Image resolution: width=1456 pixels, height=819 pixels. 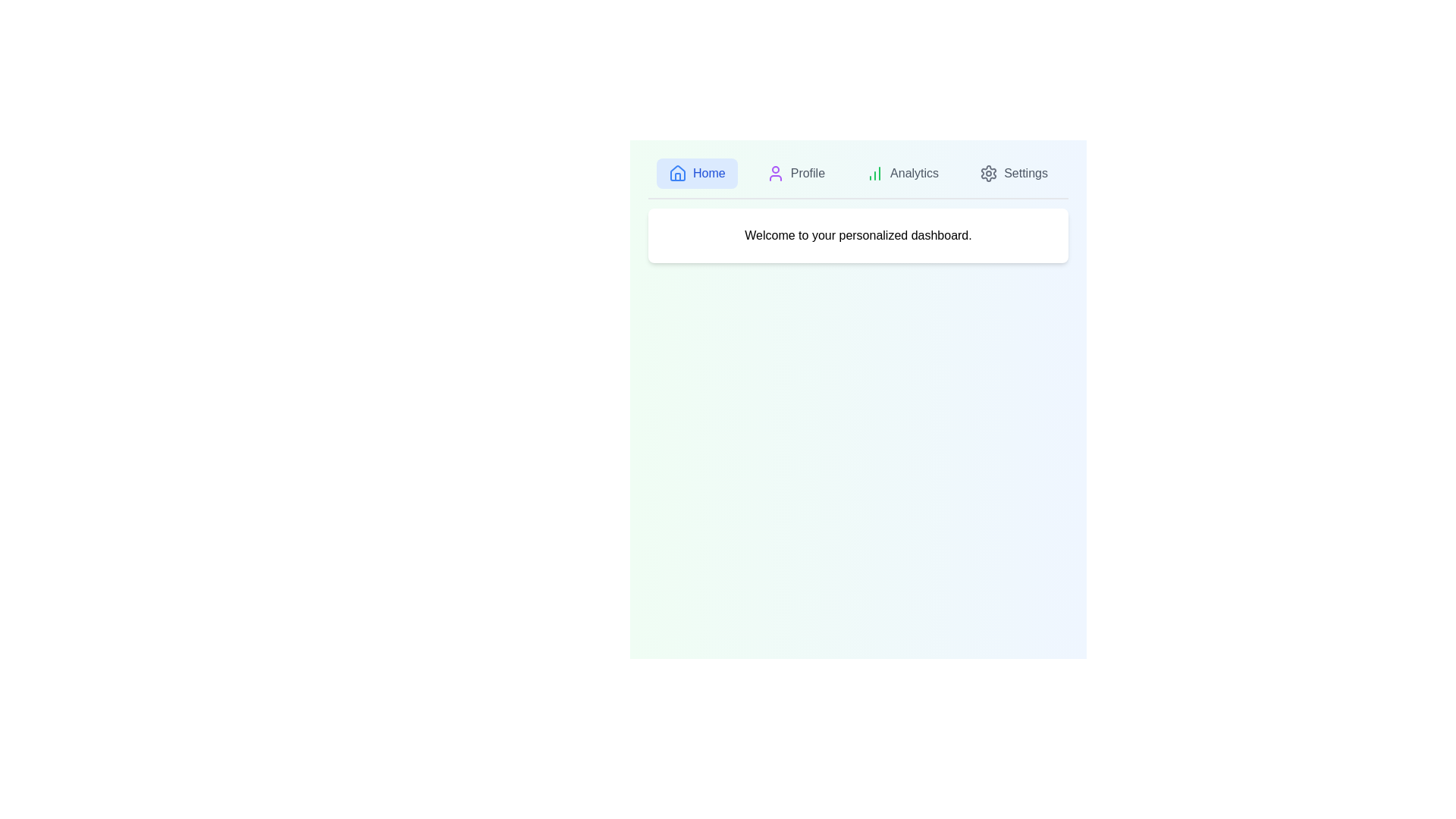 What do you see at coordinates (695, 172) in the screenshot?
I see `the tab labeled Home` at bounding box center [695, 172].